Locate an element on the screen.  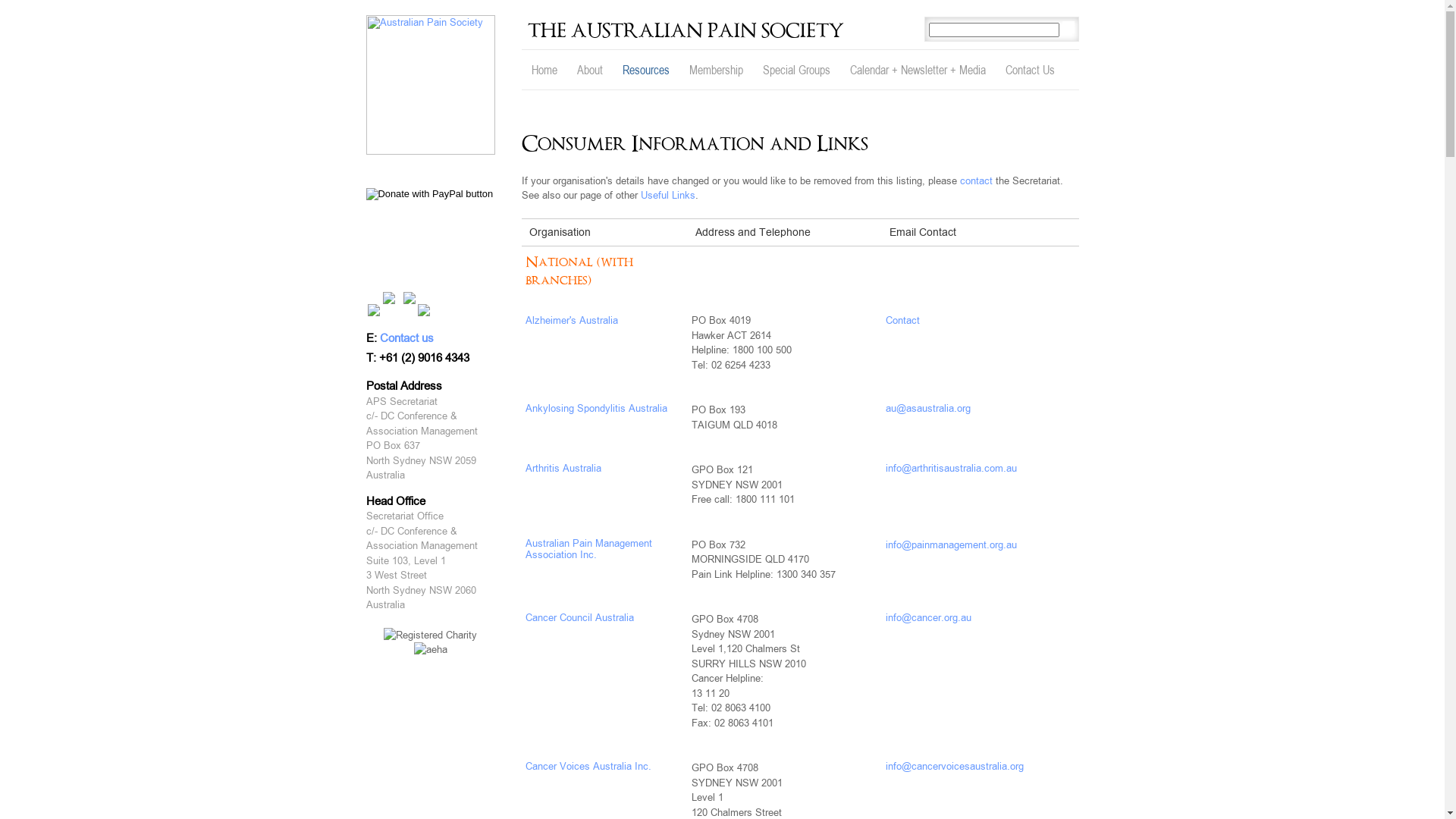
'Membership' is located at coordinates (679, 70).